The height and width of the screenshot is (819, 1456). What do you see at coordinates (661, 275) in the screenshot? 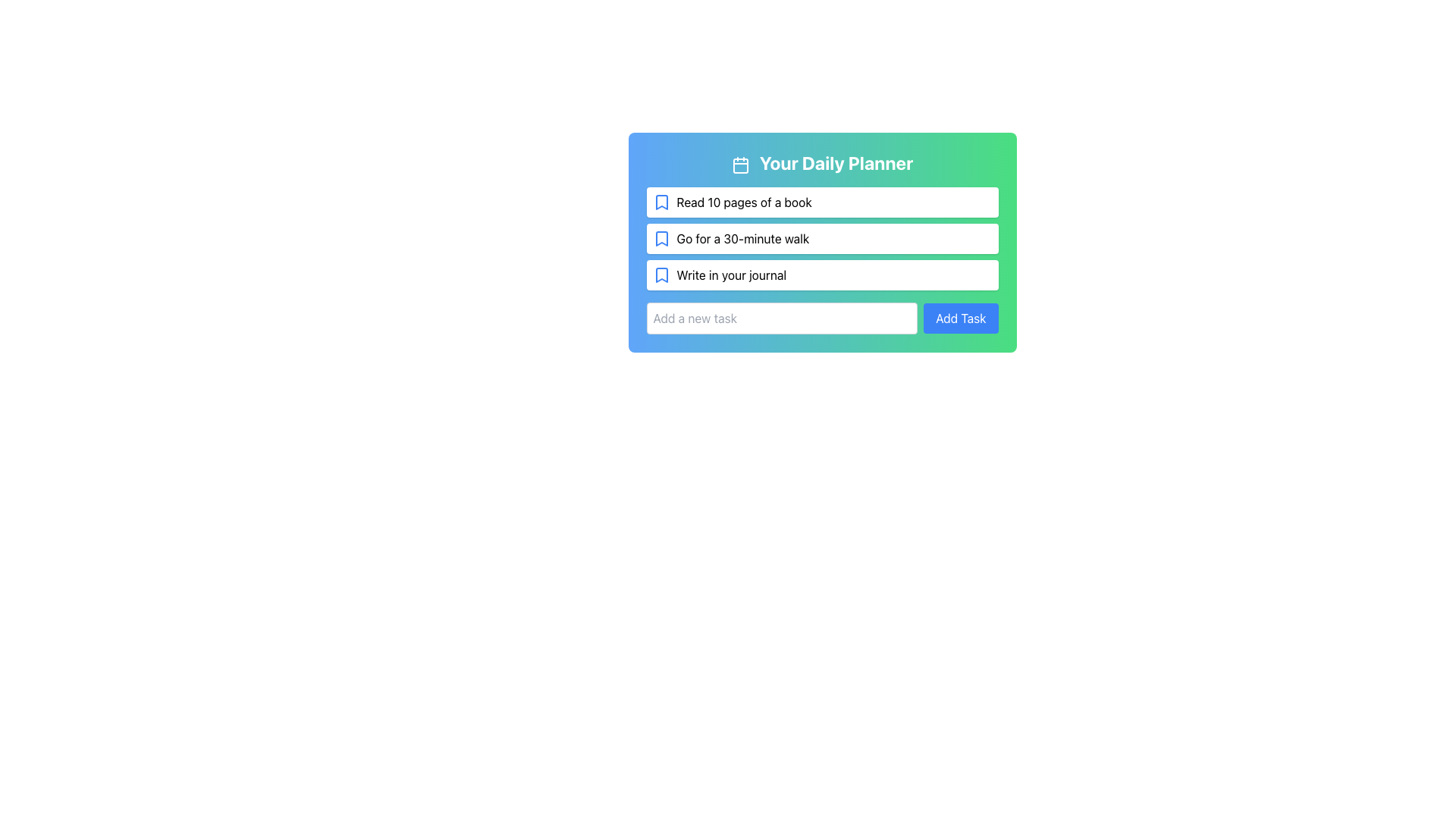
I see `the bookmark icon located to the left of the text 'Write in your journal' in the third list item of the 'Your Daily Planner' section` at bounding box center [661, 275].